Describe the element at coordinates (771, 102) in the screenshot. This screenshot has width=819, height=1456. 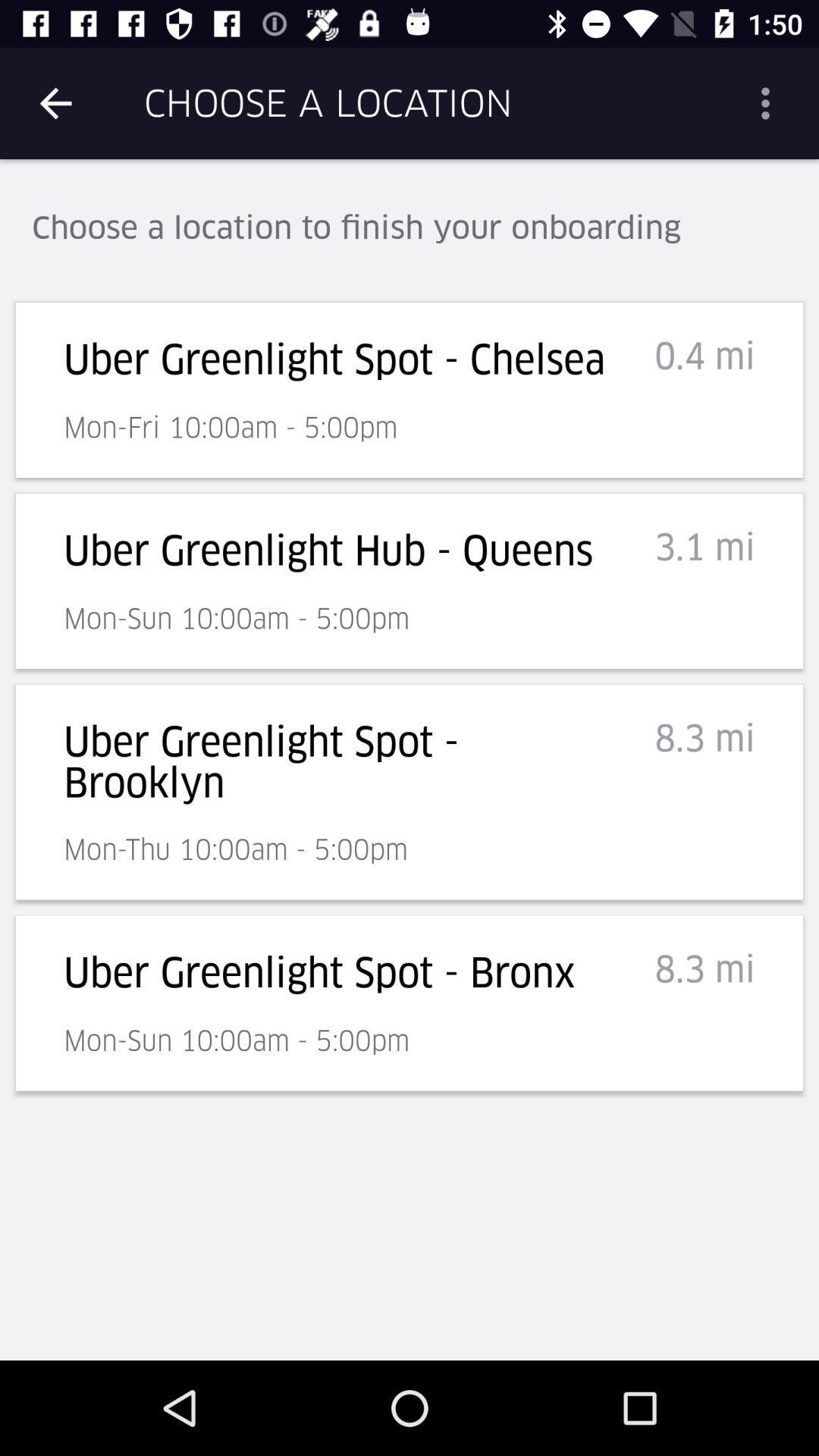
I see `the item to the right of choose a location item` at that location.